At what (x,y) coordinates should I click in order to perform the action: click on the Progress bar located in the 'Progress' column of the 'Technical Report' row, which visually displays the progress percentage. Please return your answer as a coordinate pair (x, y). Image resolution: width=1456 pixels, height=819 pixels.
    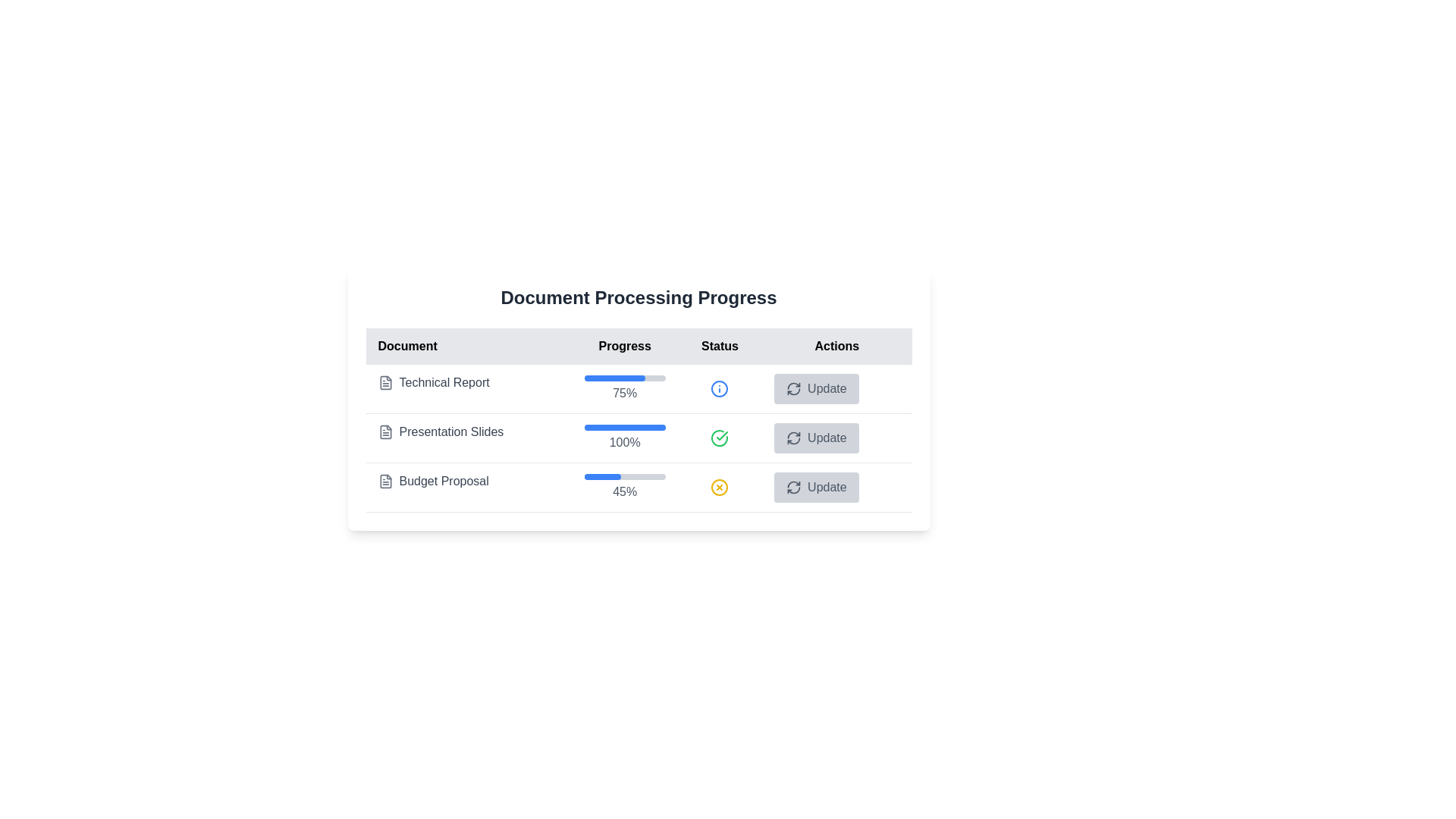
    Looking at the image, I should click on (625, 377).